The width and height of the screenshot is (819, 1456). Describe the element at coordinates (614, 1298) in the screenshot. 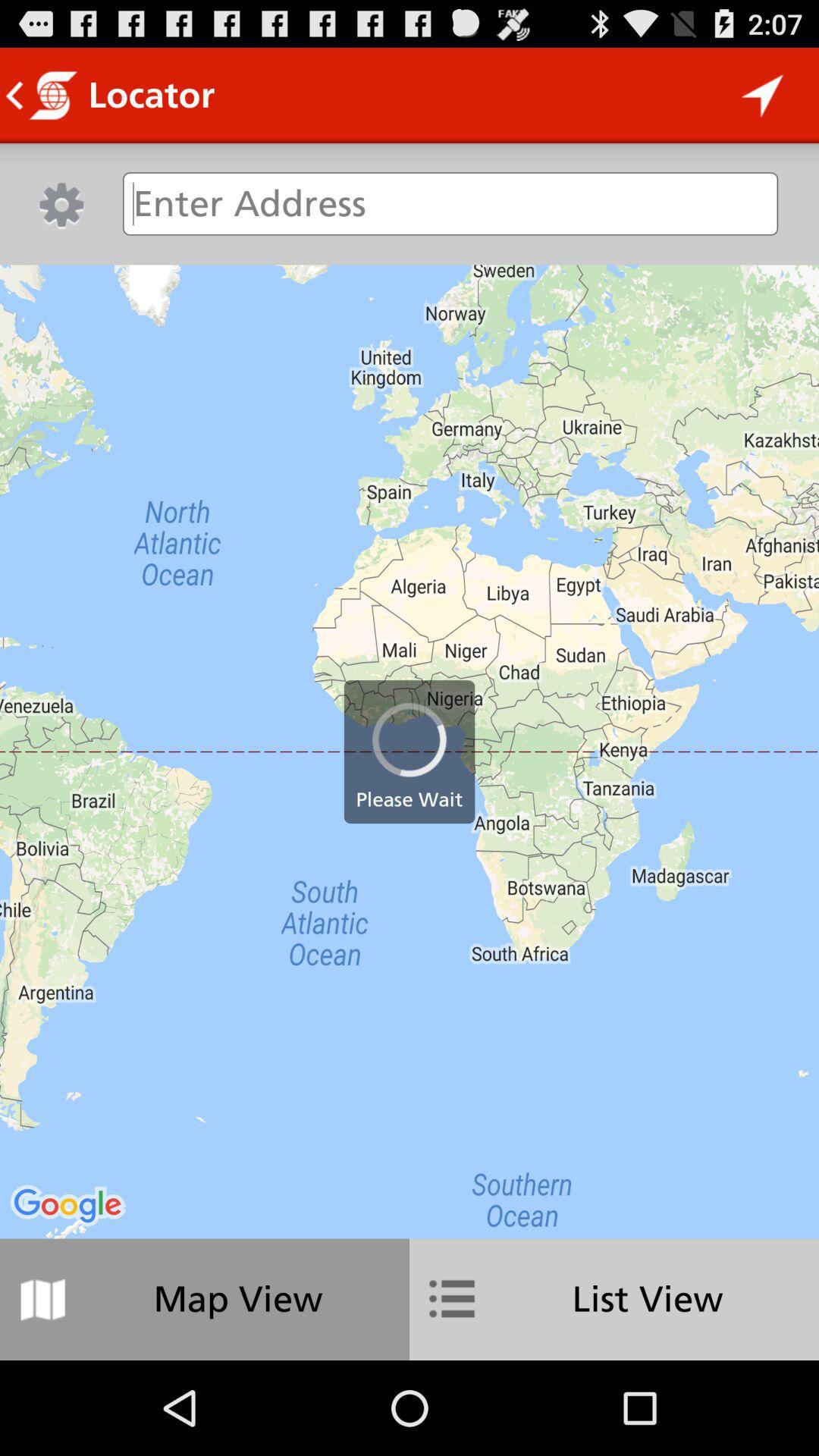

I see `the icon to the right of map view icon` at that location.